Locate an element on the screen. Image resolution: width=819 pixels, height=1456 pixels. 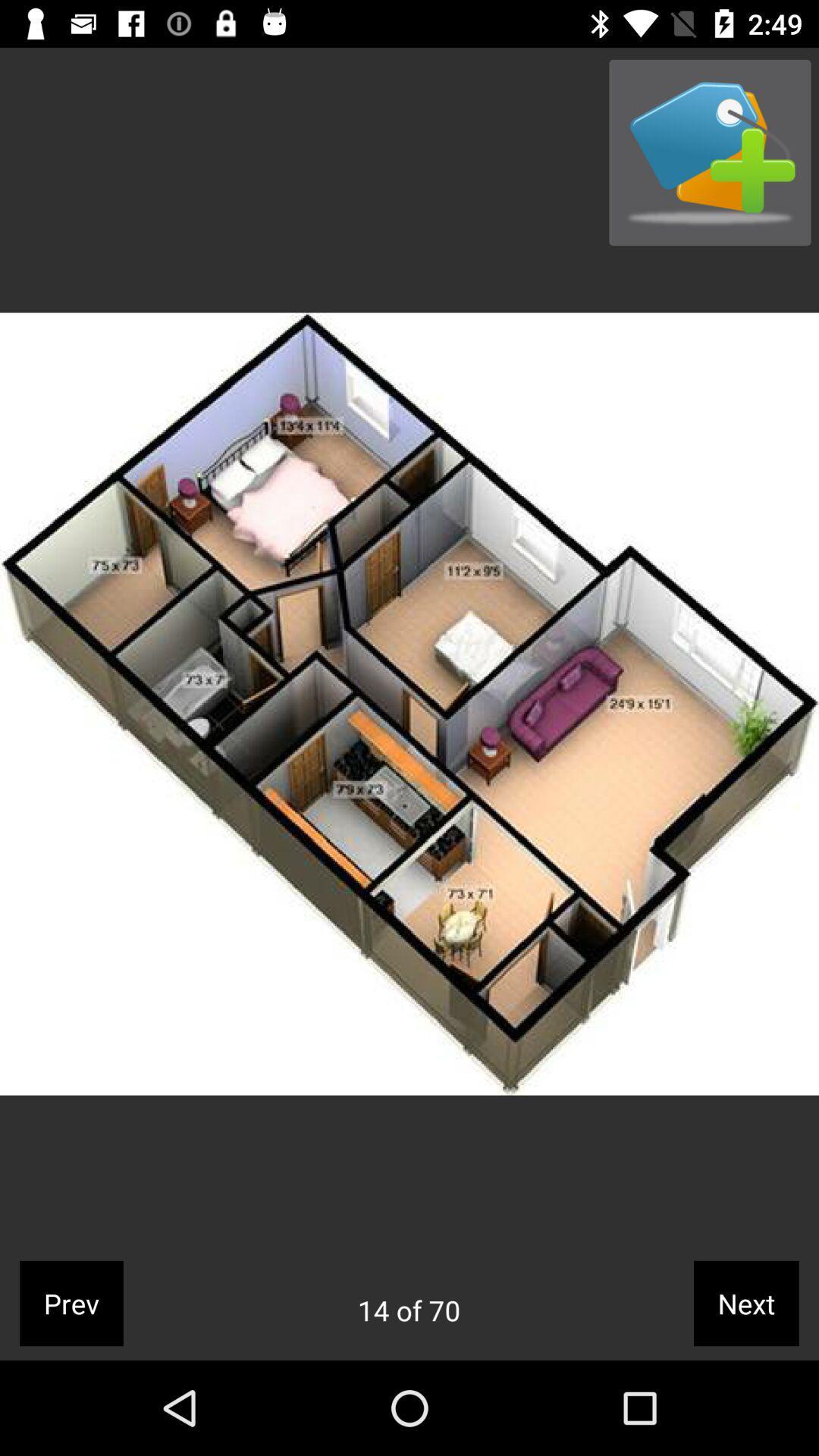
the icon to the left of the 14 of 70 app is located at coordinates (71, 1302).